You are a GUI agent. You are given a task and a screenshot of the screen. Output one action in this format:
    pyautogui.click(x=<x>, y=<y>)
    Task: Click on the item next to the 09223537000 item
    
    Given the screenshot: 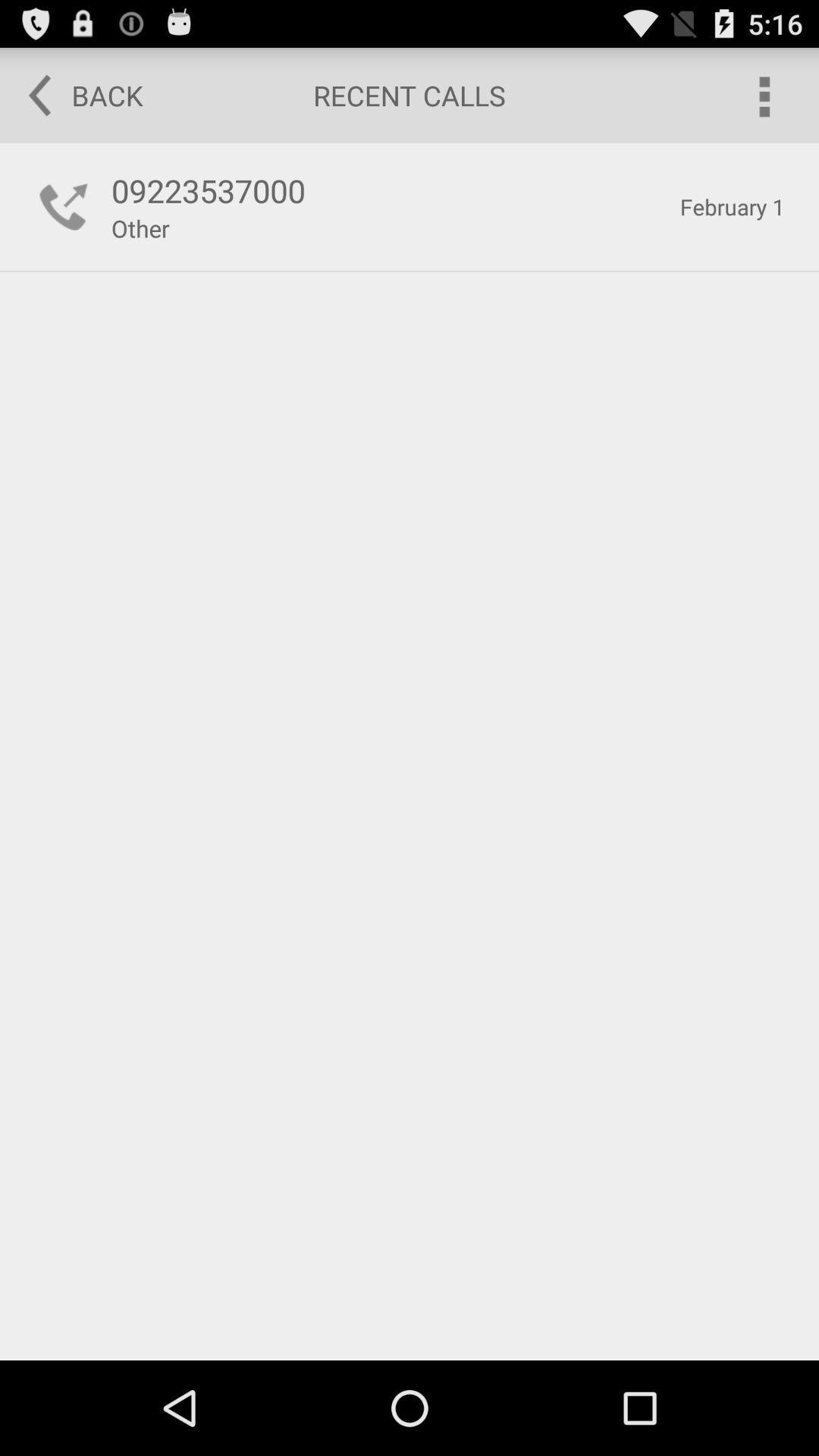 What is the action you would take?
    pyautogui.click(x=731, y=206)
    